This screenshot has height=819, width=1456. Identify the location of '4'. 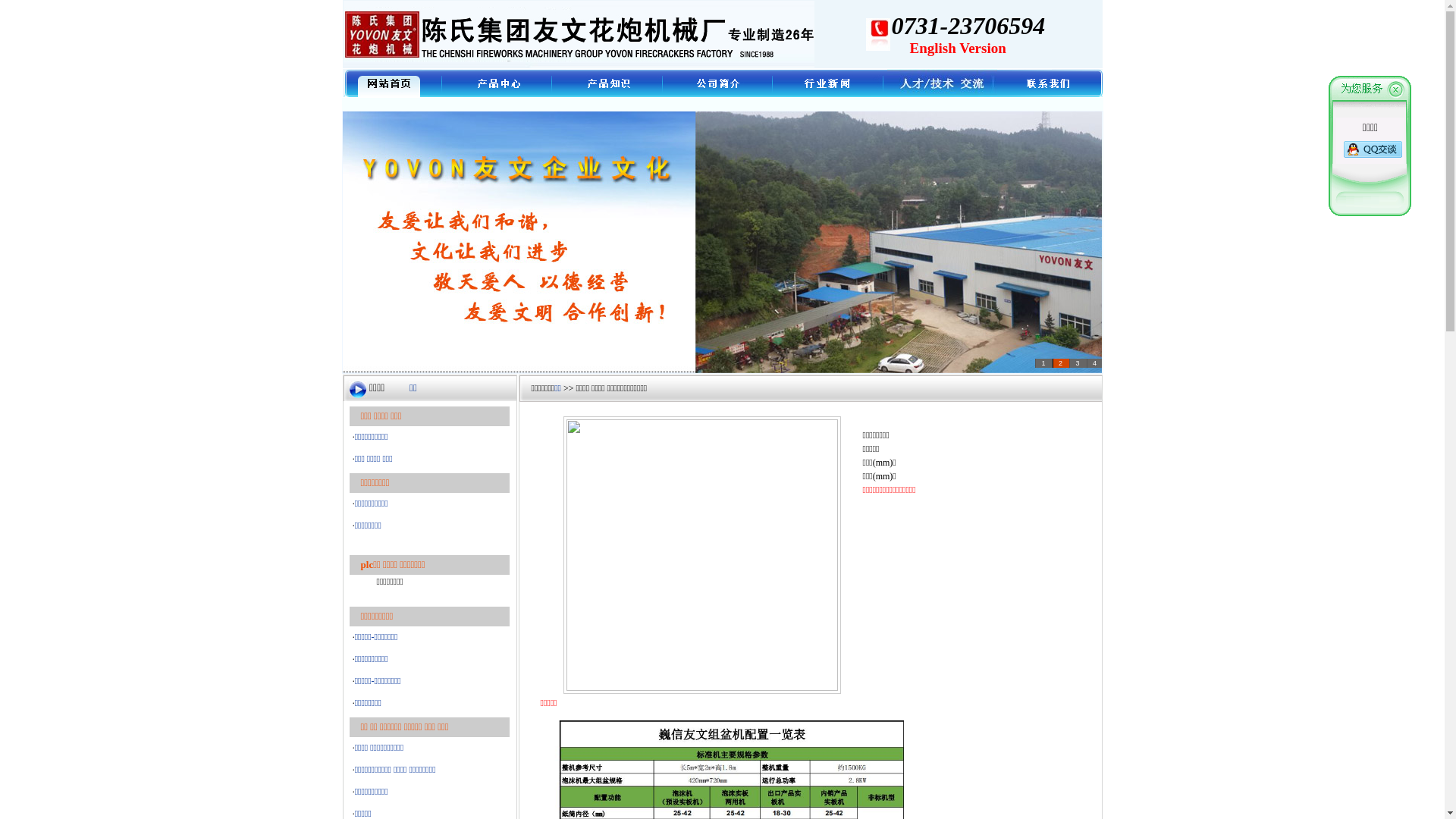
(1094, 362).